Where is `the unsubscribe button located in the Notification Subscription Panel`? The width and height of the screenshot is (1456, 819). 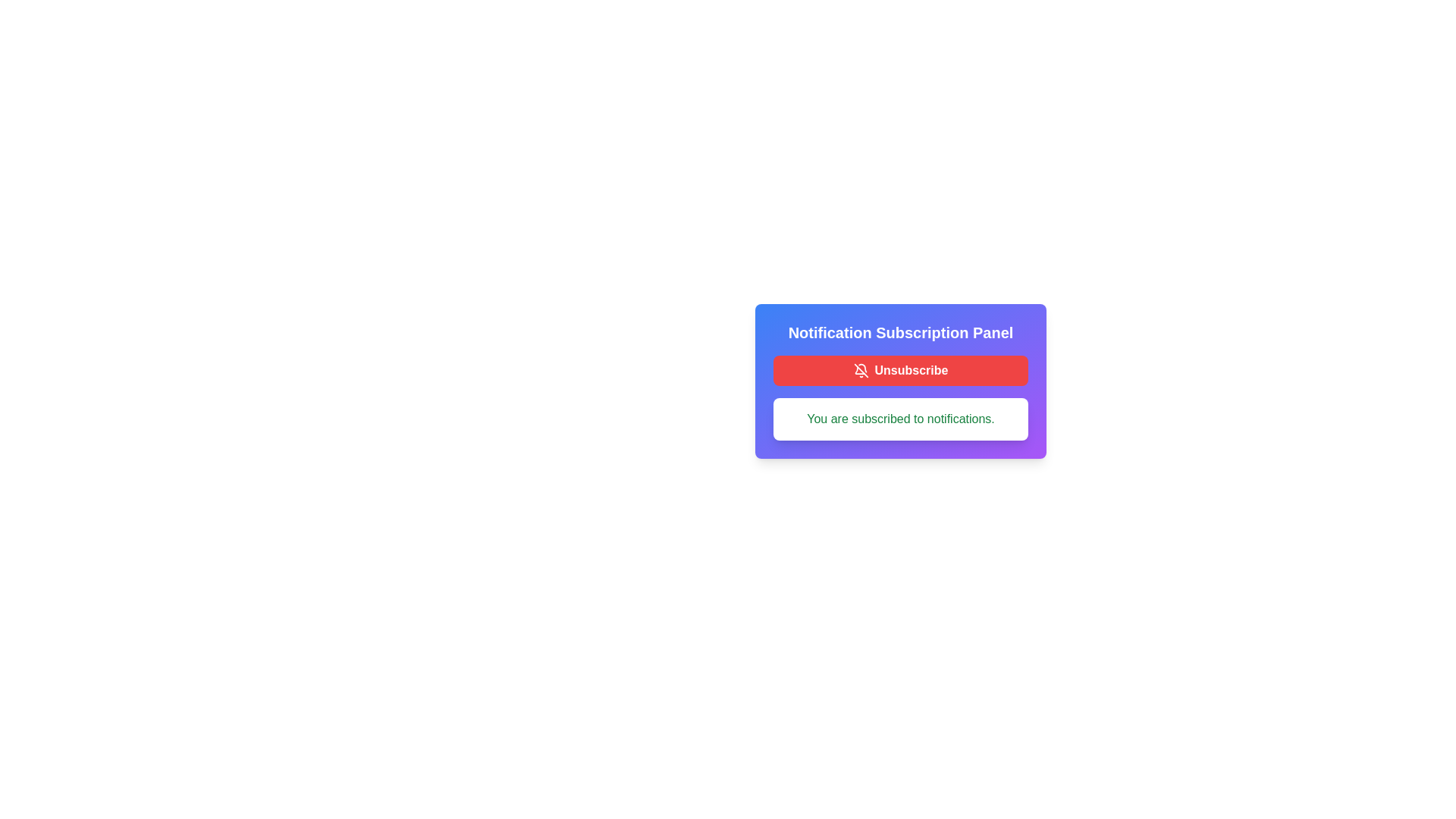
the unsubscribe button located in the Notification Subscription Panel is located at coordinates (901, 371).